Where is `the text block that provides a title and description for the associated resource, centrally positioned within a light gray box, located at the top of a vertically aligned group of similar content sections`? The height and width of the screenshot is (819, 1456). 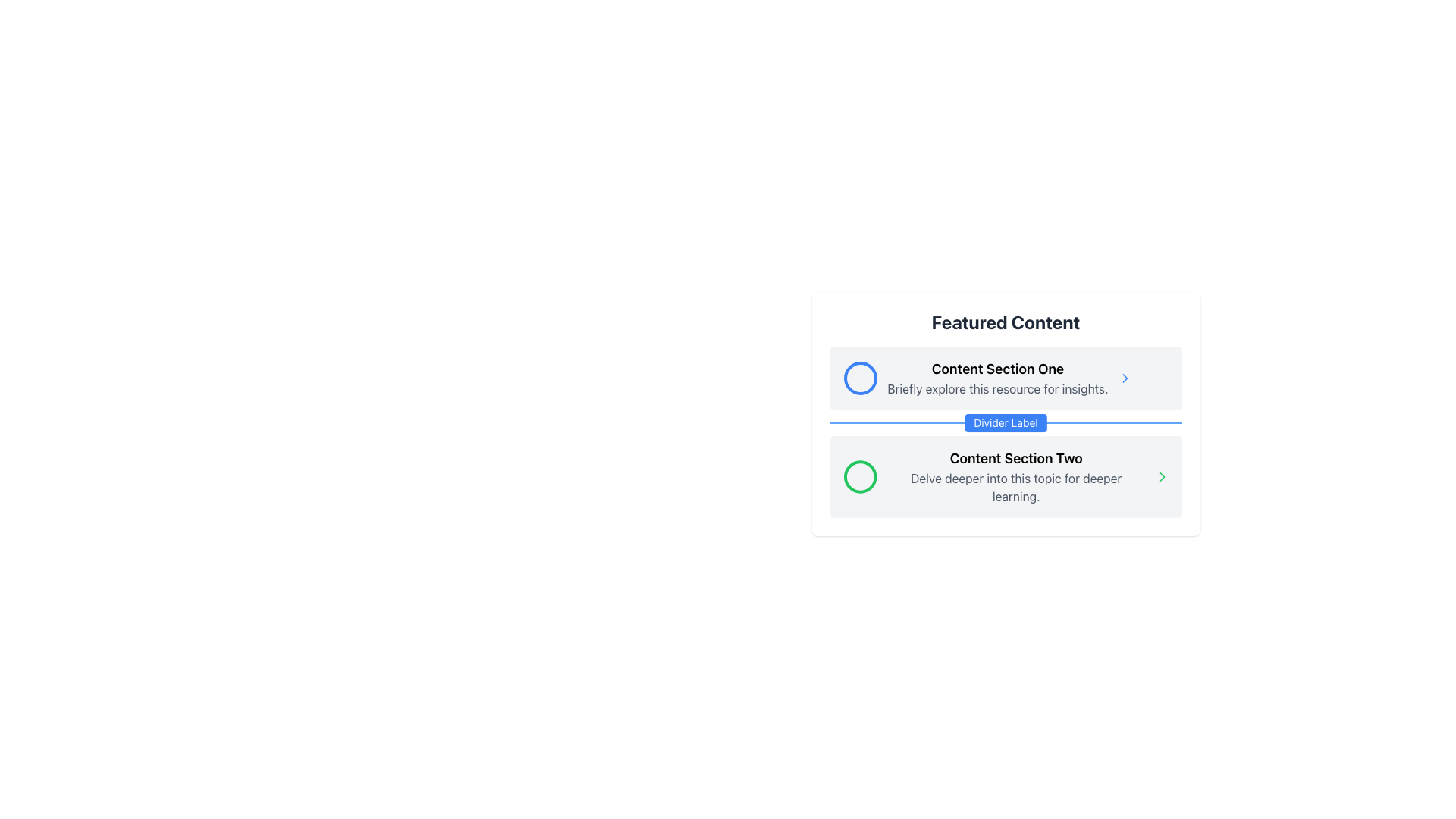
the text block that provides a title and description for the associated resource, centrally positioned within a light gray box, located at the top of a vertically aligned group of similar content sections is located at coordinates (997, 377).